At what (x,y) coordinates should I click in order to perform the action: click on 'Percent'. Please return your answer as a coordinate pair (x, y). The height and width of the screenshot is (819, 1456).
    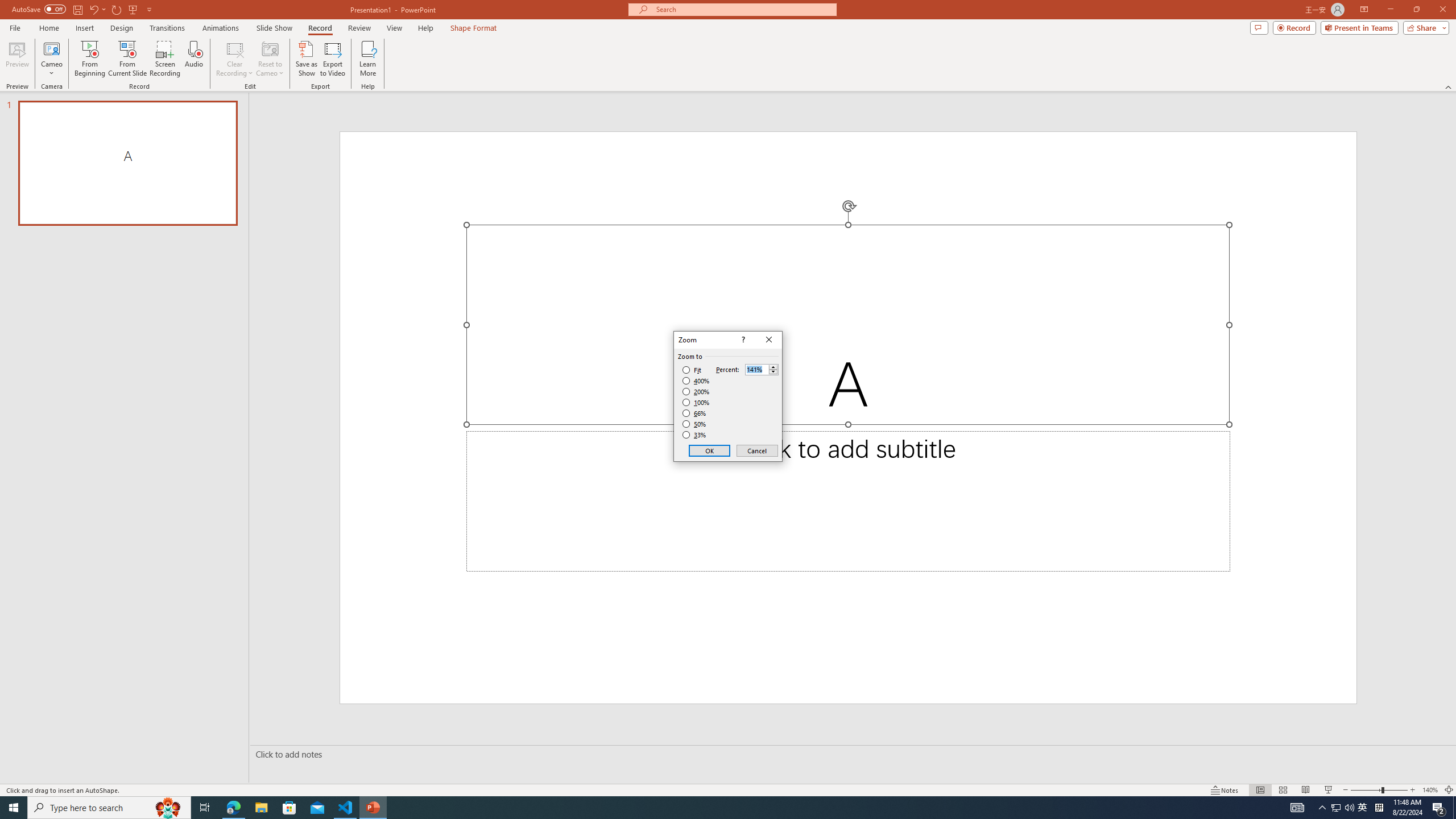
    Looking at the image, I should click on (762, 369).